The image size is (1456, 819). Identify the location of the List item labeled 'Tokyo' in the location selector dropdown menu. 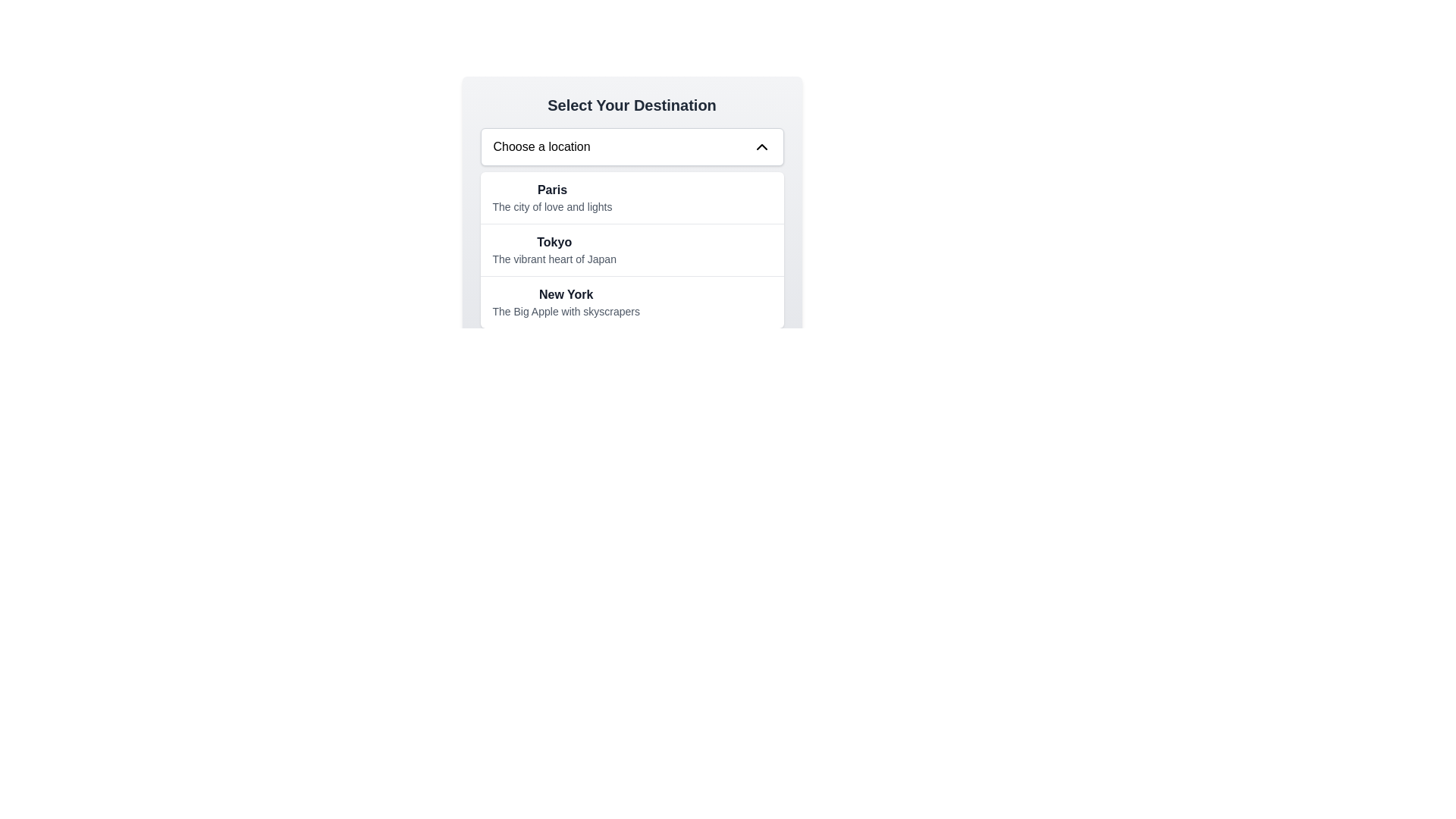
(554, 249).